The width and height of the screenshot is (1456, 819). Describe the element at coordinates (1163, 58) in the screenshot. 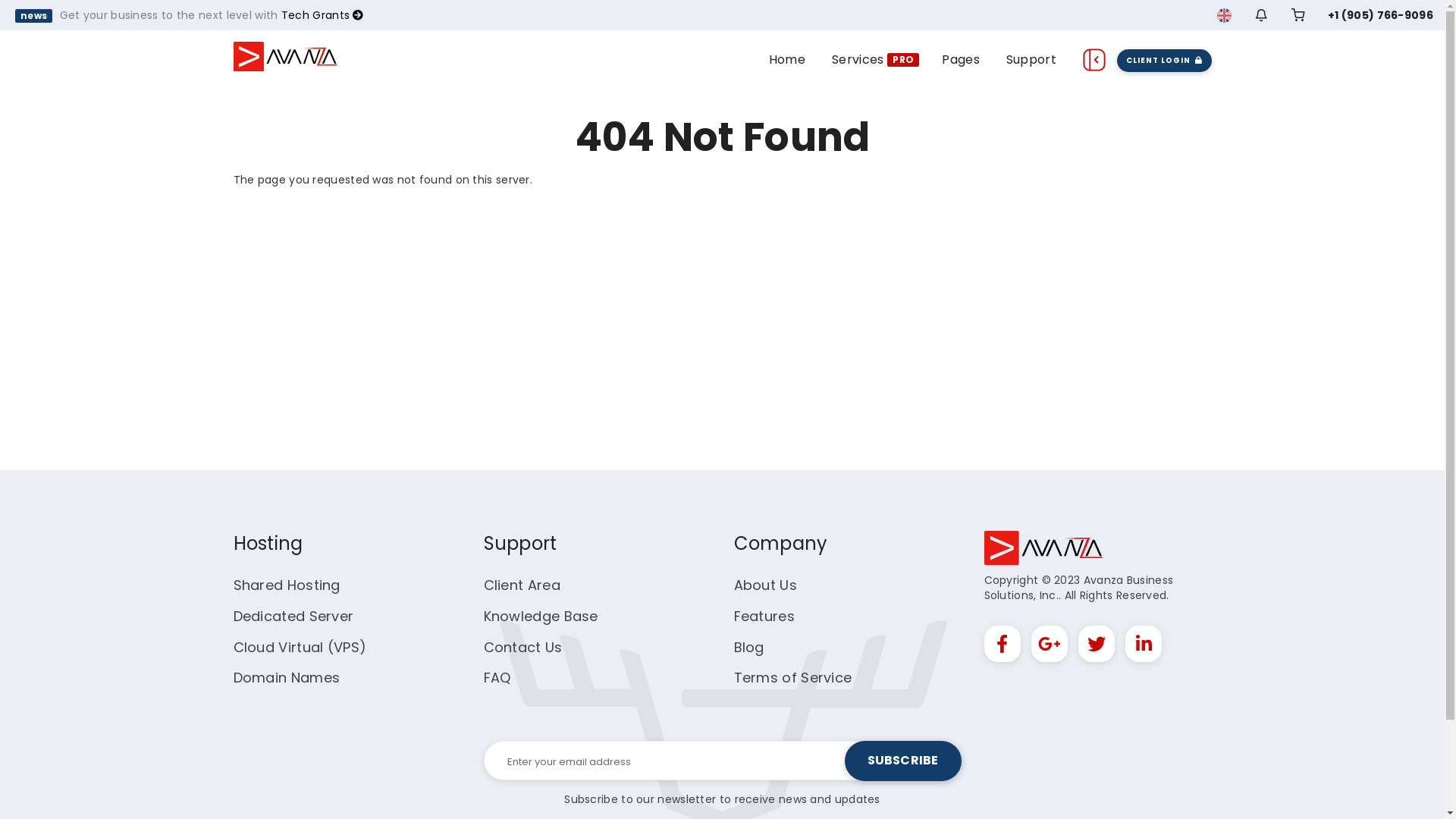

I see `'CLIENT LOGIN'` at that location.